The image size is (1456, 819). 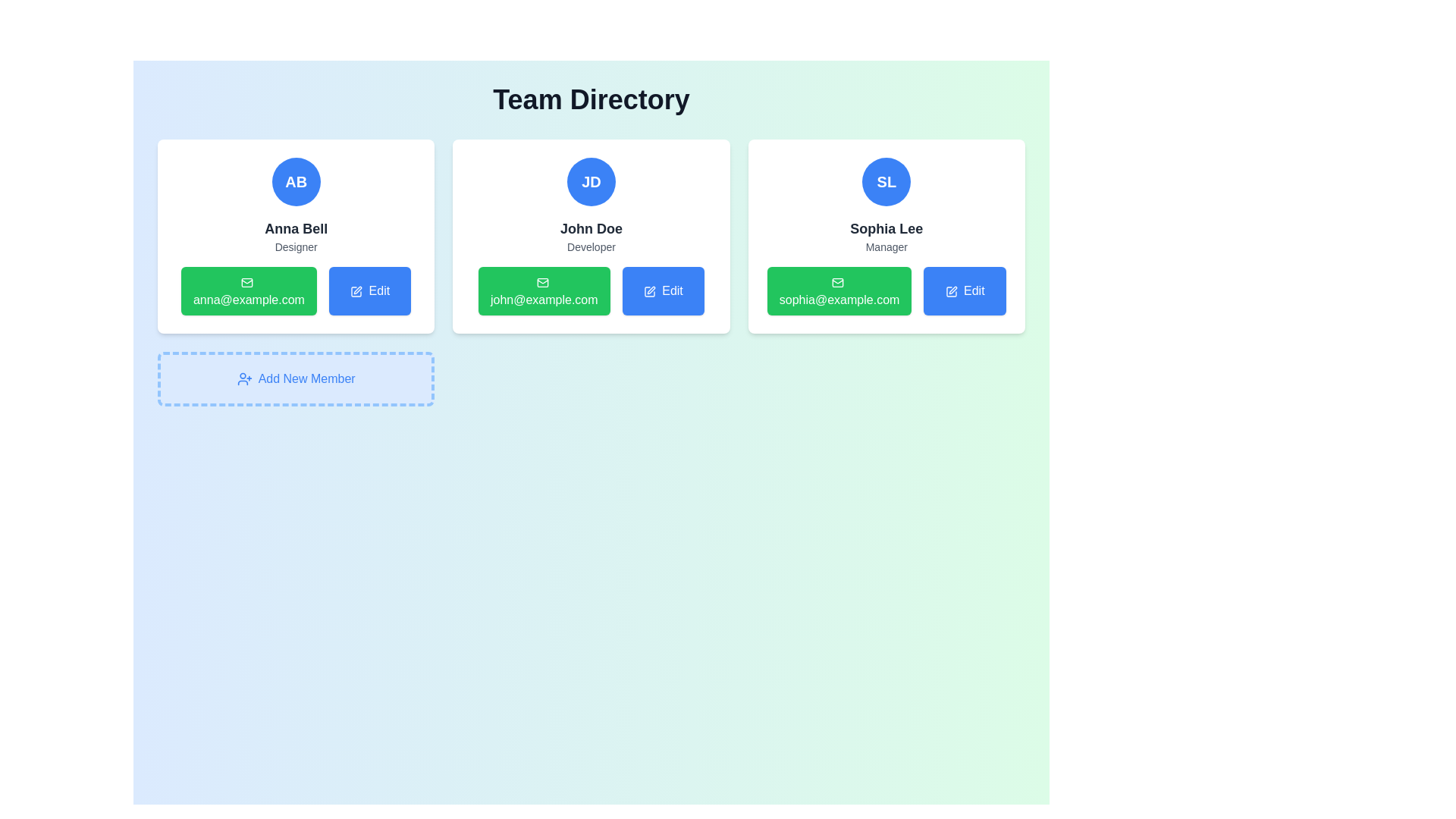 I want to click on the stylized pen or edit icon located at the bottom-right of the 'Edit' button within the 'Anna Bell' card, so click(x=357, y=290).